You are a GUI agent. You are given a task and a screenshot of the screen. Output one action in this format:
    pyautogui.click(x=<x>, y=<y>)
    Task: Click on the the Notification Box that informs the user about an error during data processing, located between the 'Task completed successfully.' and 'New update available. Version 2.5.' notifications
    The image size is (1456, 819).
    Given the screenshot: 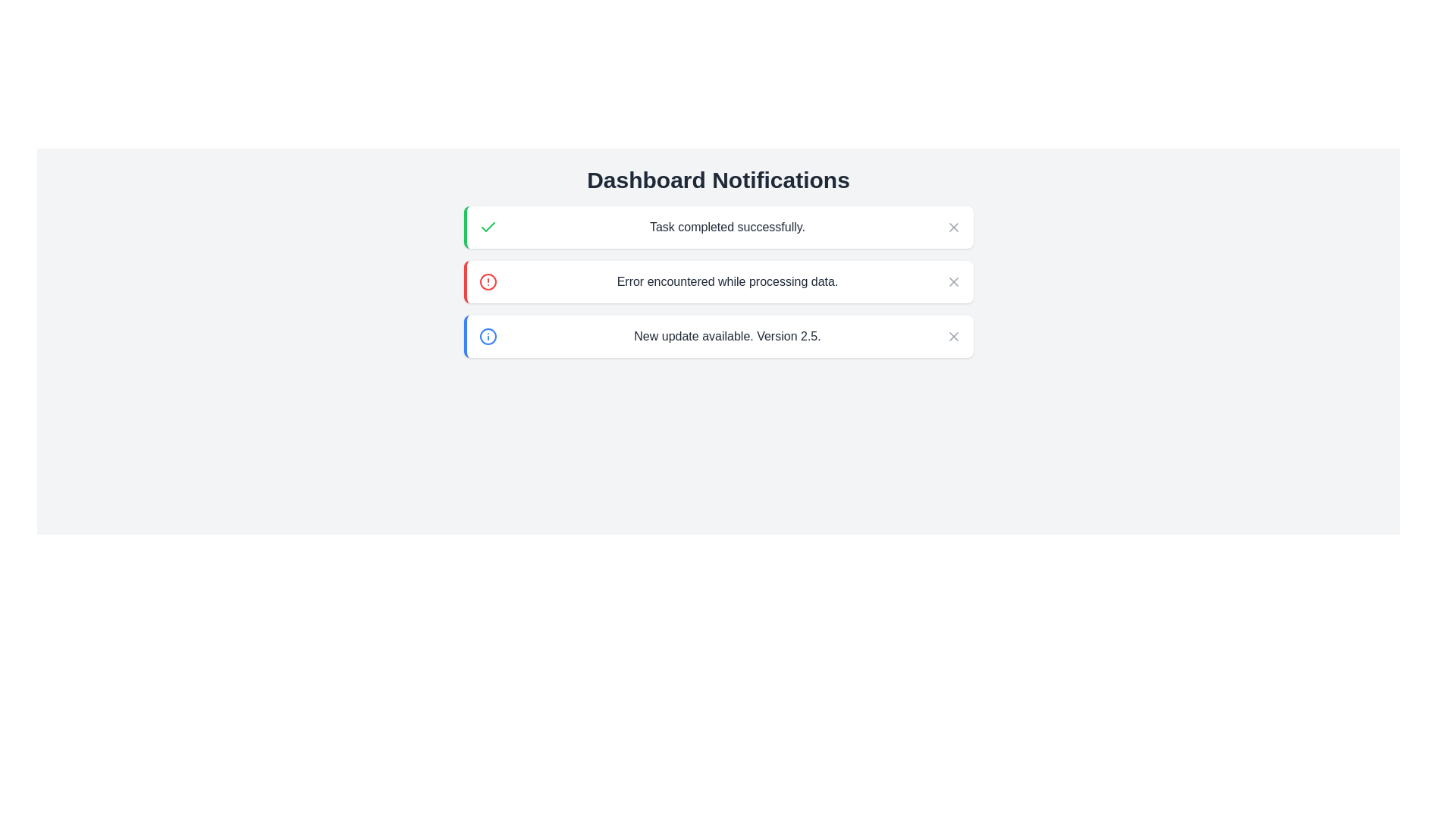 What is the action you would take?
    pyautogui.click(x=717, y=281)
    